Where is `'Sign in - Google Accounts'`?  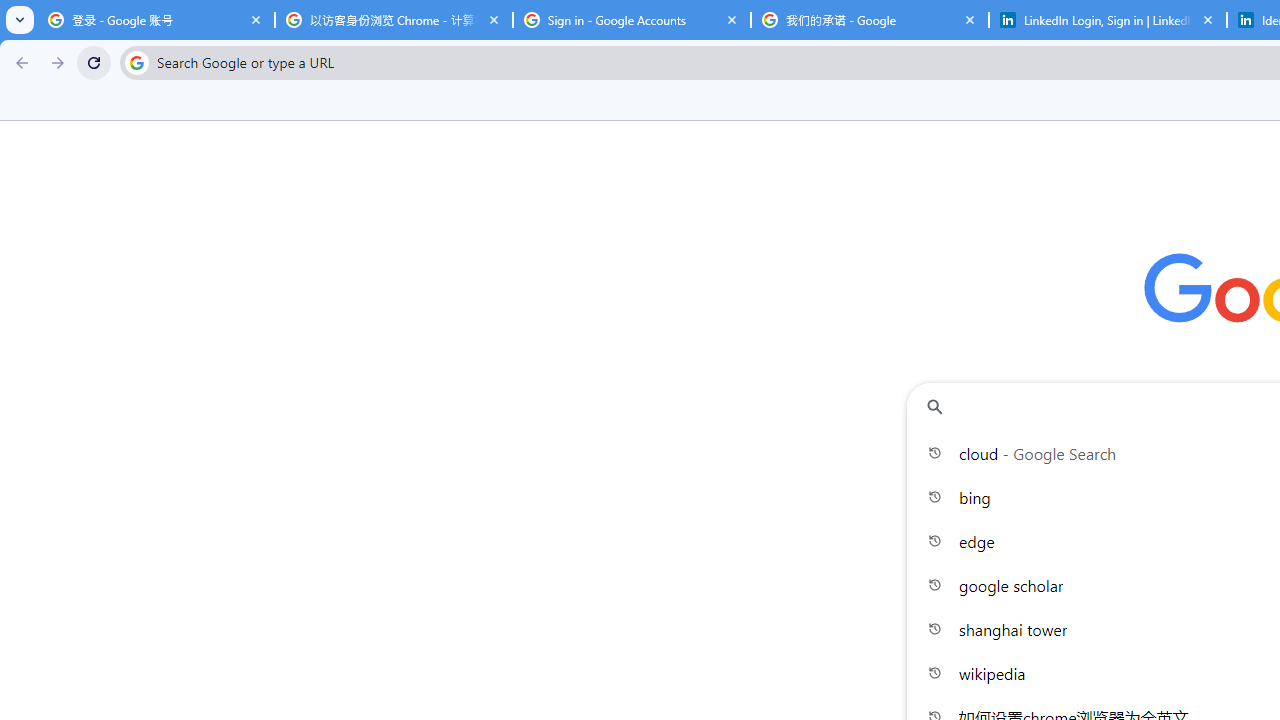 'Sign in - Google Accounts' is located at coordinates (631, 20).